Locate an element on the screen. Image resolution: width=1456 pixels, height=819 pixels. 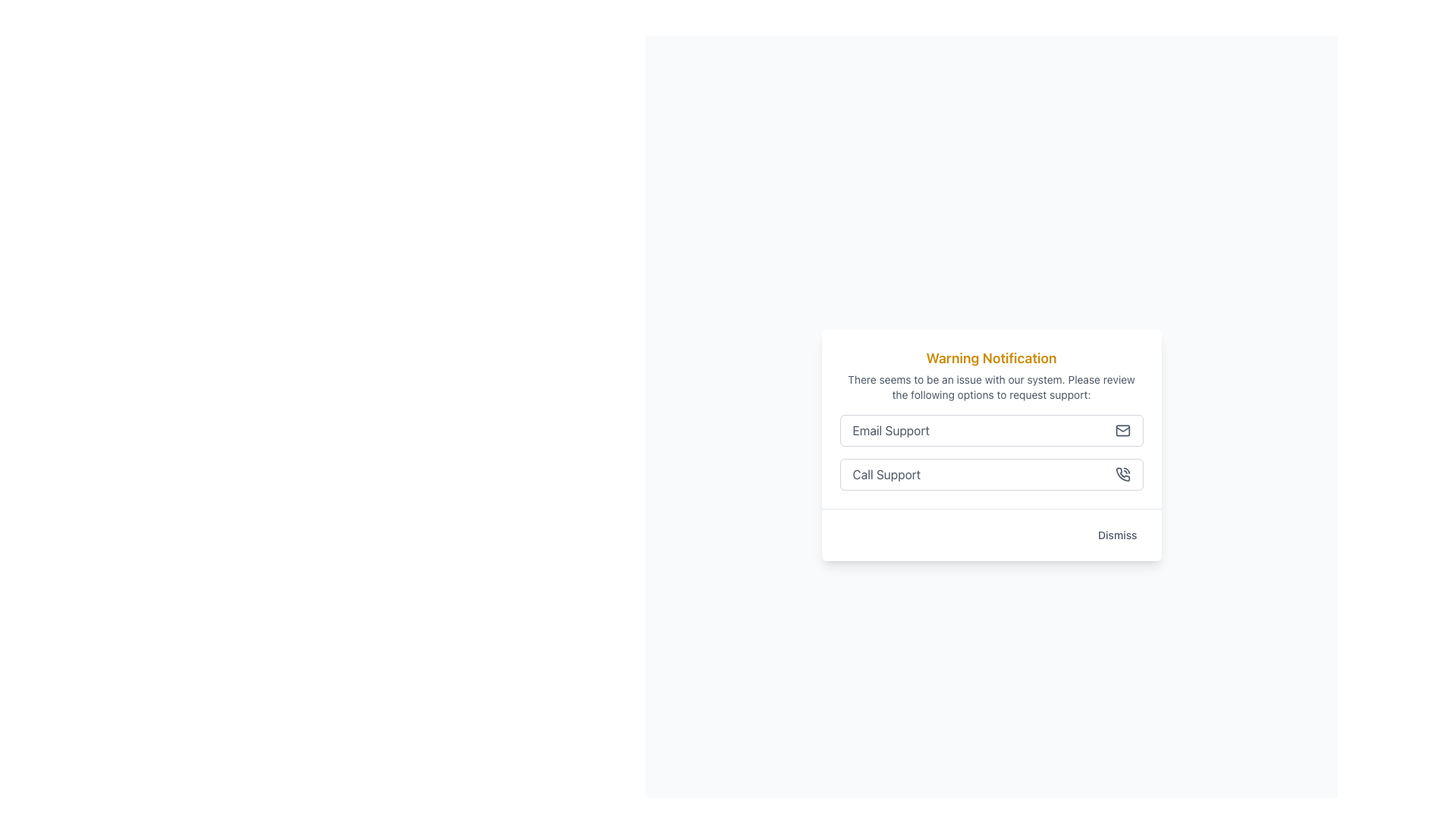
the black envelope icon located to the left of the 'Email Support' text, which has a triangular flap detail at the top is located at coordinates (1122, 428).